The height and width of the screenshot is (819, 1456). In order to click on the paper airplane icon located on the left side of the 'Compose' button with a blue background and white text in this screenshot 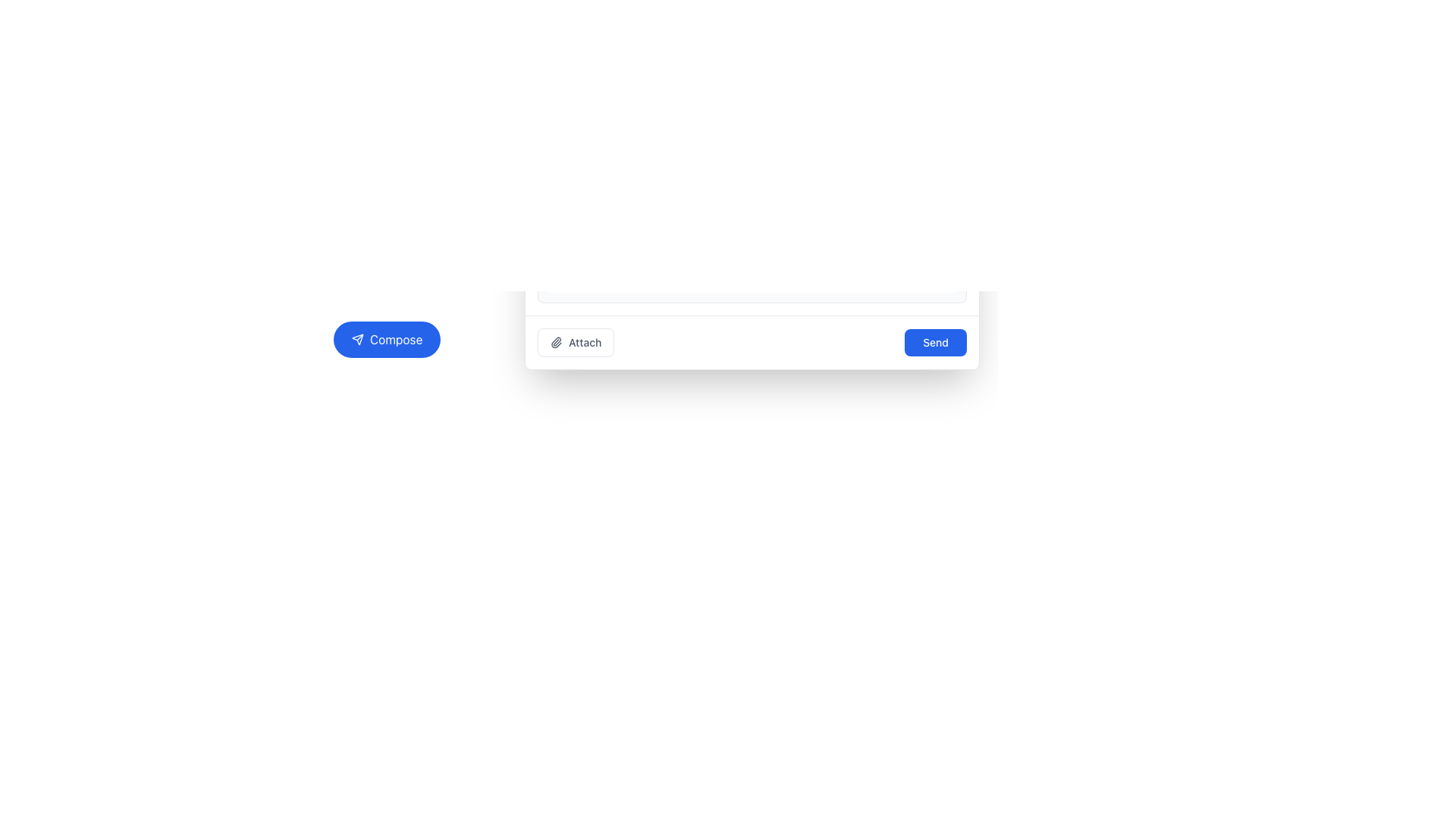, I will do `click(356, 338)`.